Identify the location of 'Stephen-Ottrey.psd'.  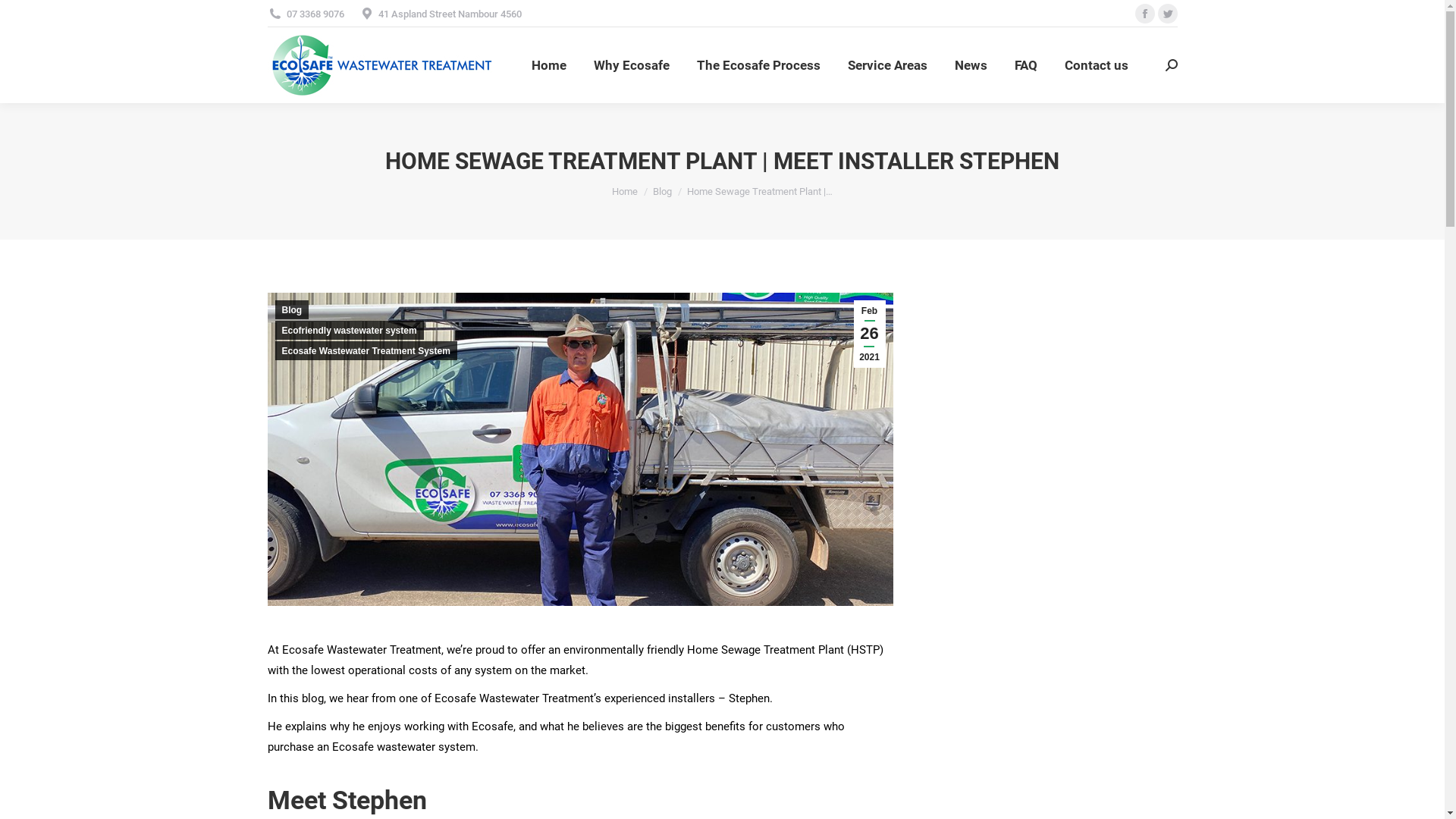
(266, 448).